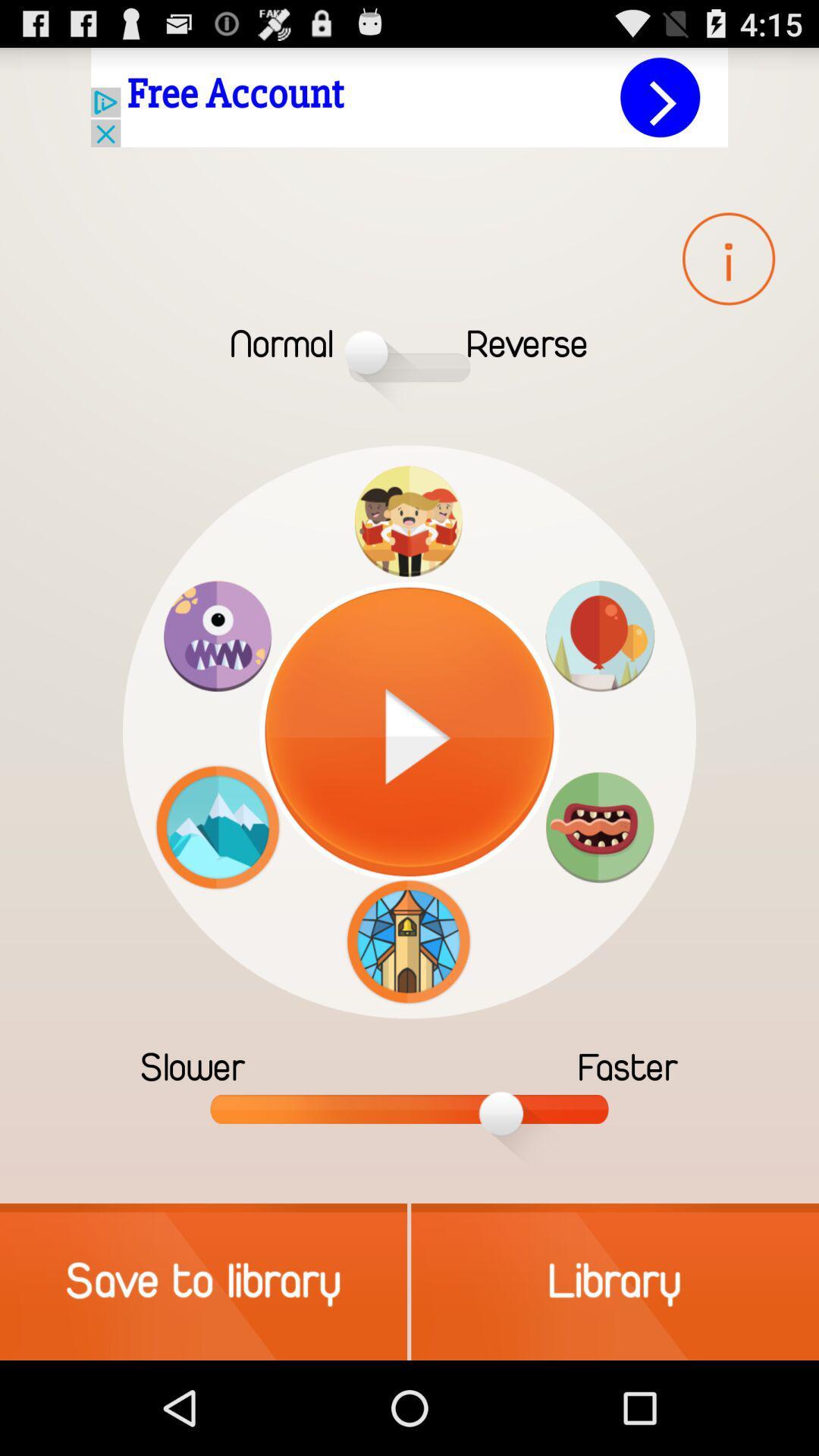 The width and height of the screenshot is (819, 1456). Describe the element at coordinates (728, 277) in the screenshot. I see `the info icon` at that location.